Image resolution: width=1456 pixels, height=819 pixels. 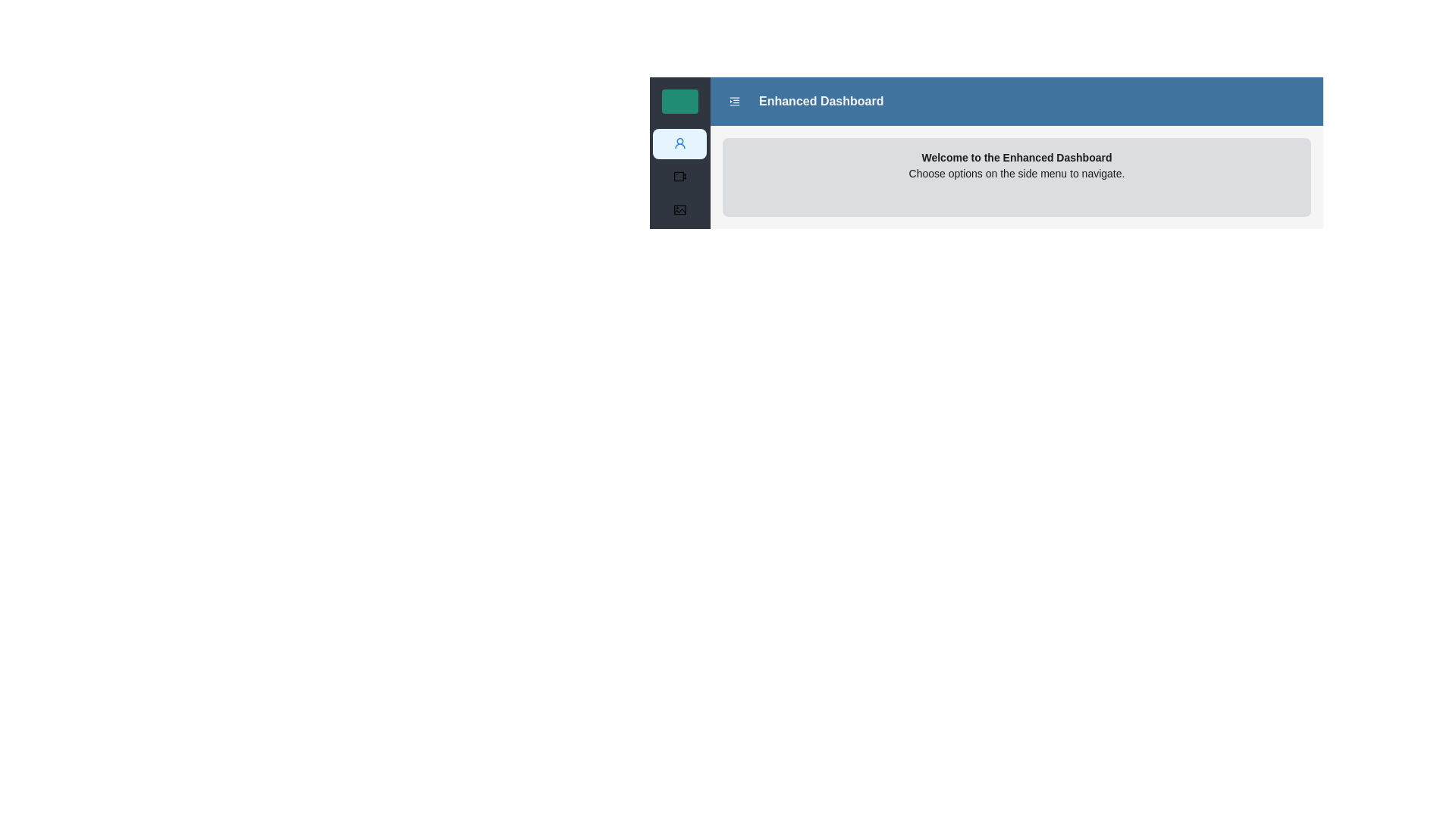 What do you see at coordinates (679, 175) in the screenshot?
I see `the video-related features icon` at bounding box center [679, 175].